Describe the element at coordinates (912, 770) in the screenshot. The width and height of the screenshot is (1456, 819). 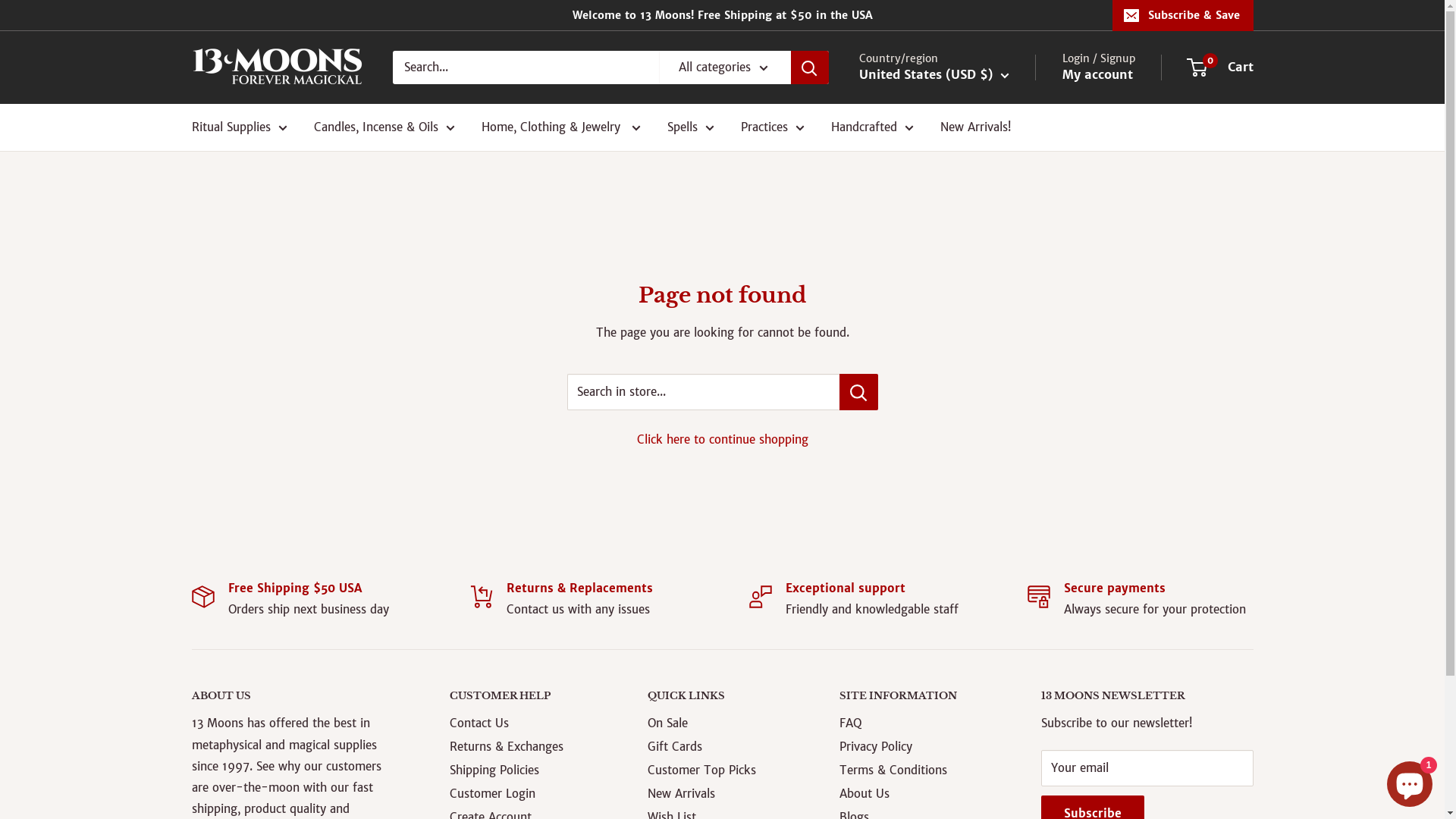
I see `'Terms & Conditions'` at that location.